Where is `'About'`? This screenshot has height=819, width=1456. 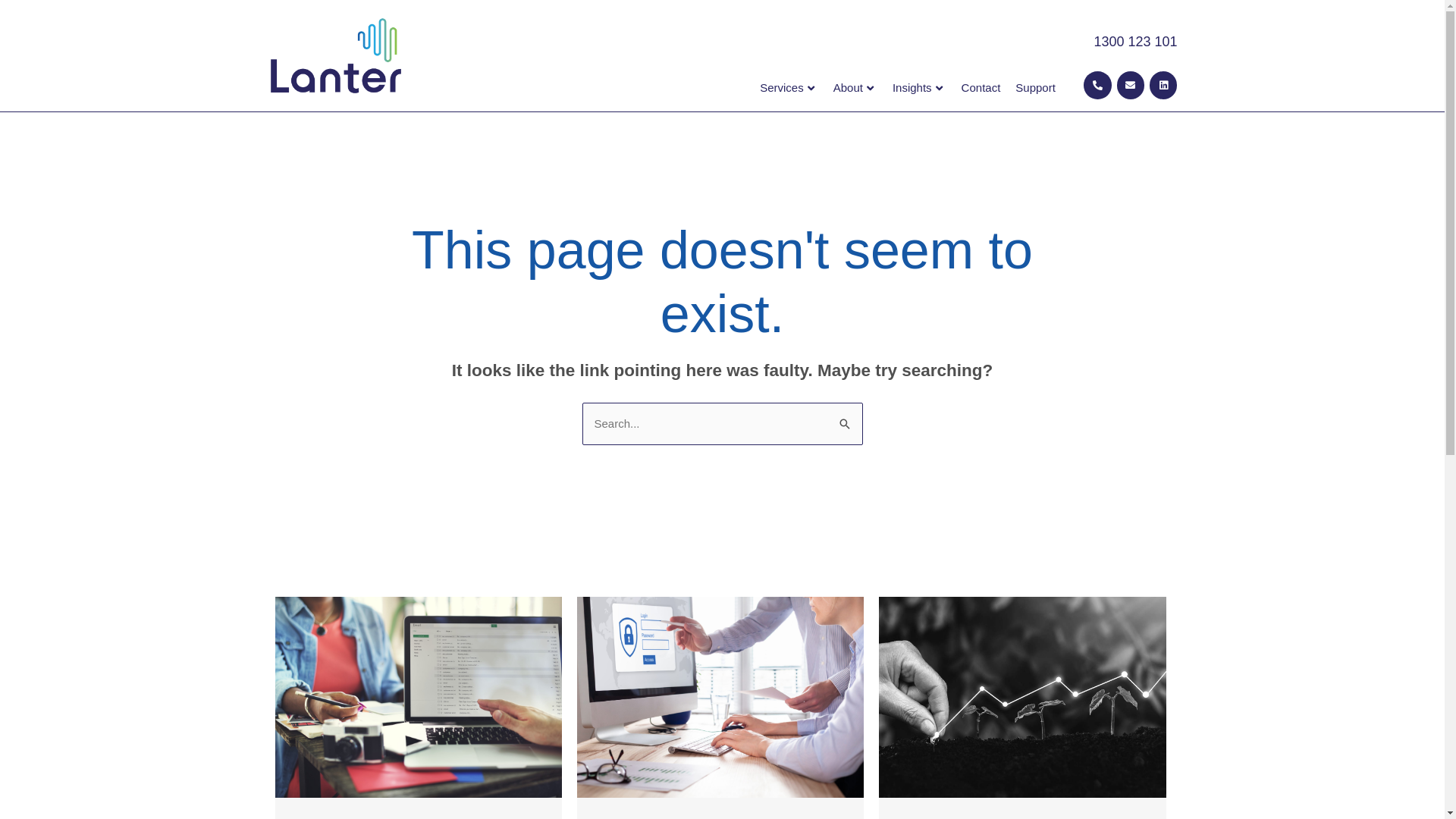 'About' is located at coordinates (855, 87).